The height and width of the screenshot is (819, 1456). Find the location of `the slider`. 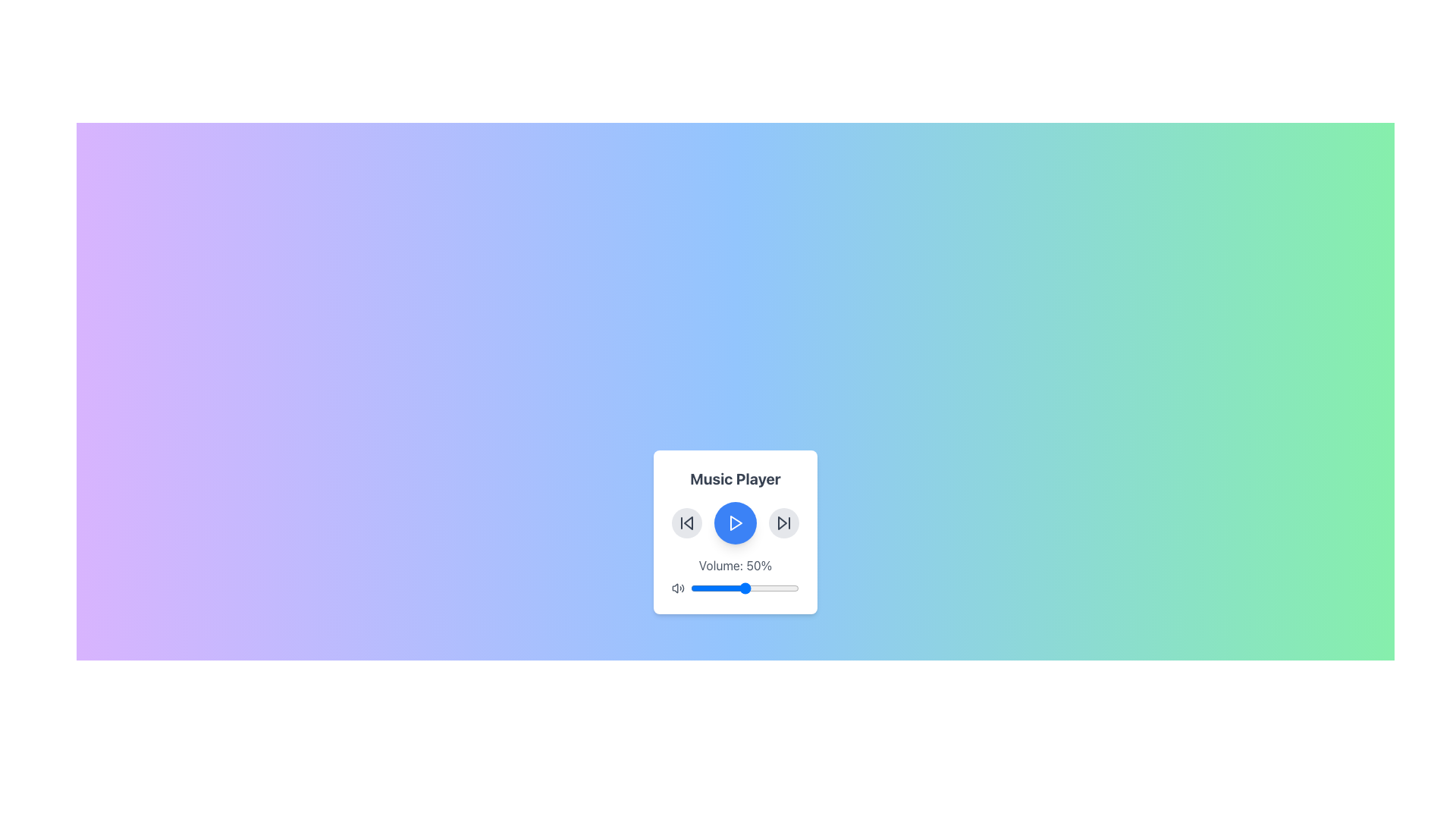

the slider is located at coordinates (747, 587).